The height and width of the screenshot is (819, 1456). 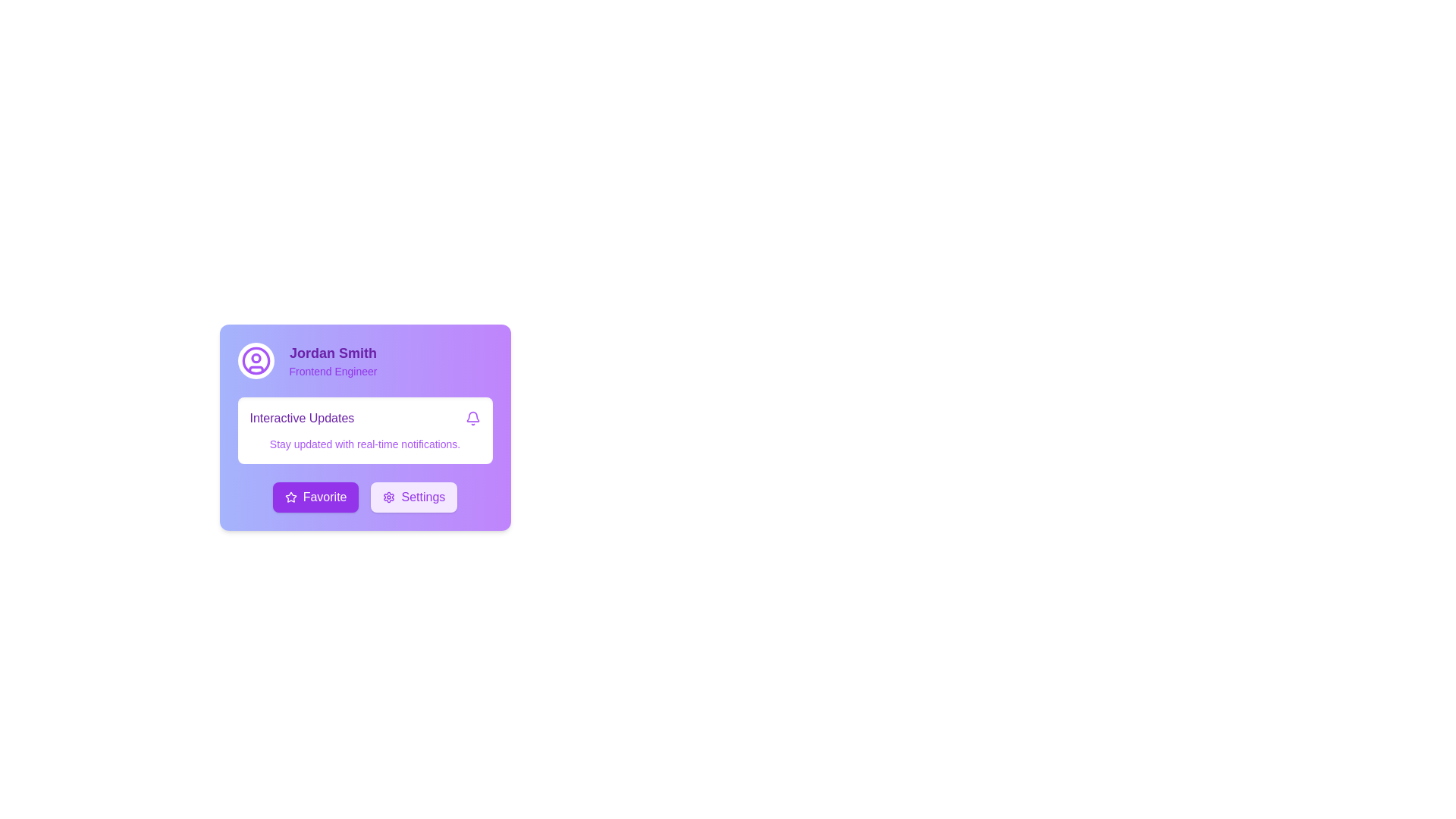 I want to click on the inner circular profile icon located at the top-left section of the card component, so click(x=256, y=358).